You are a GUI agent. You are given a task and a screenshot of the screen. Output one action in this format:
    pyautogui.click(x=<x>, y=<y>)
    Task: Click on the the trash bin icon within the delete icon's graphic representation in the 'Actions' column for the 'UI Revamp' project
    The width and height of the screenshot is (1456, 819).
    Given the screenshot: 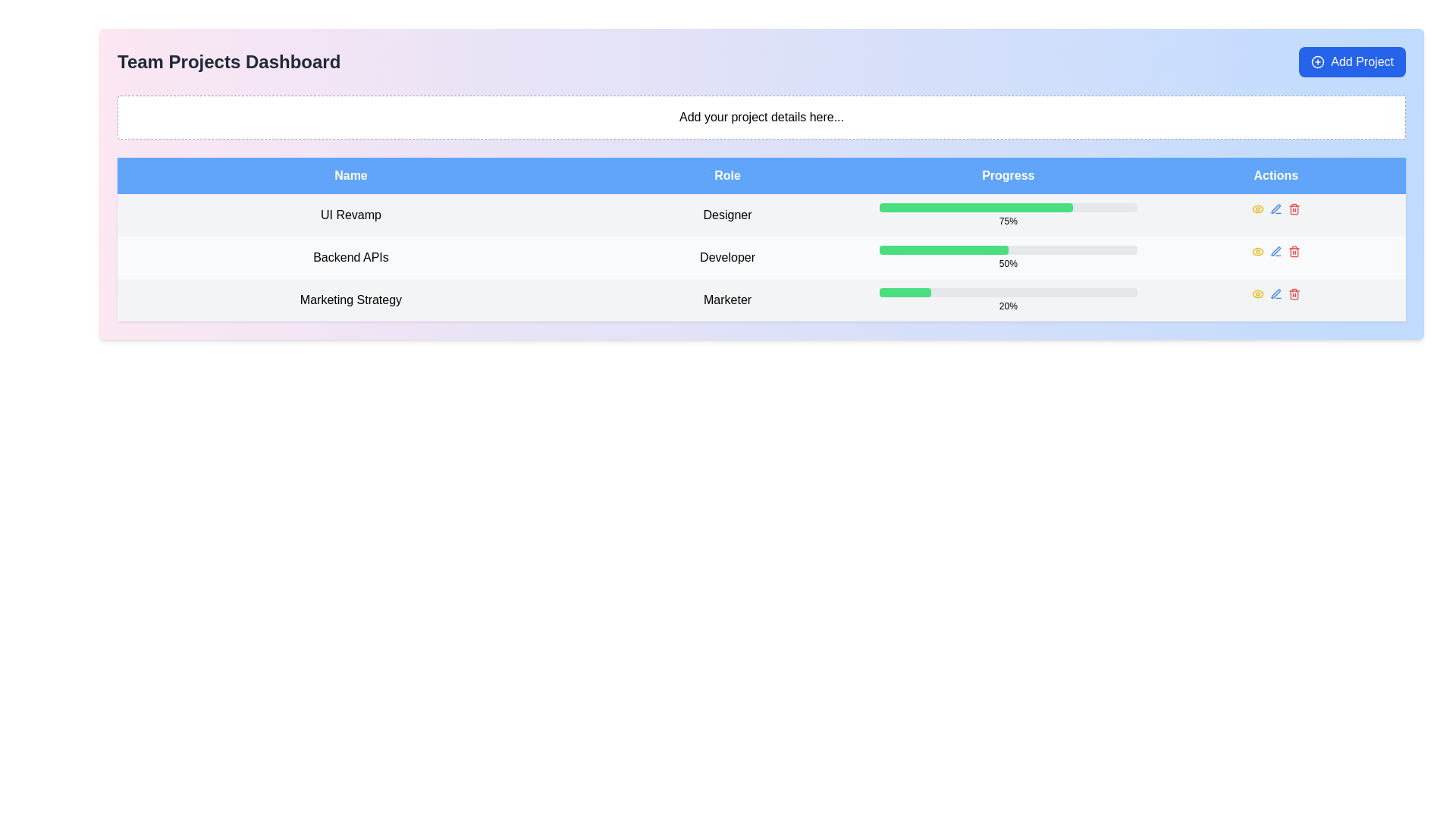 What is the action you would take?
    pyautogui.click(x=1293, y=210)
    